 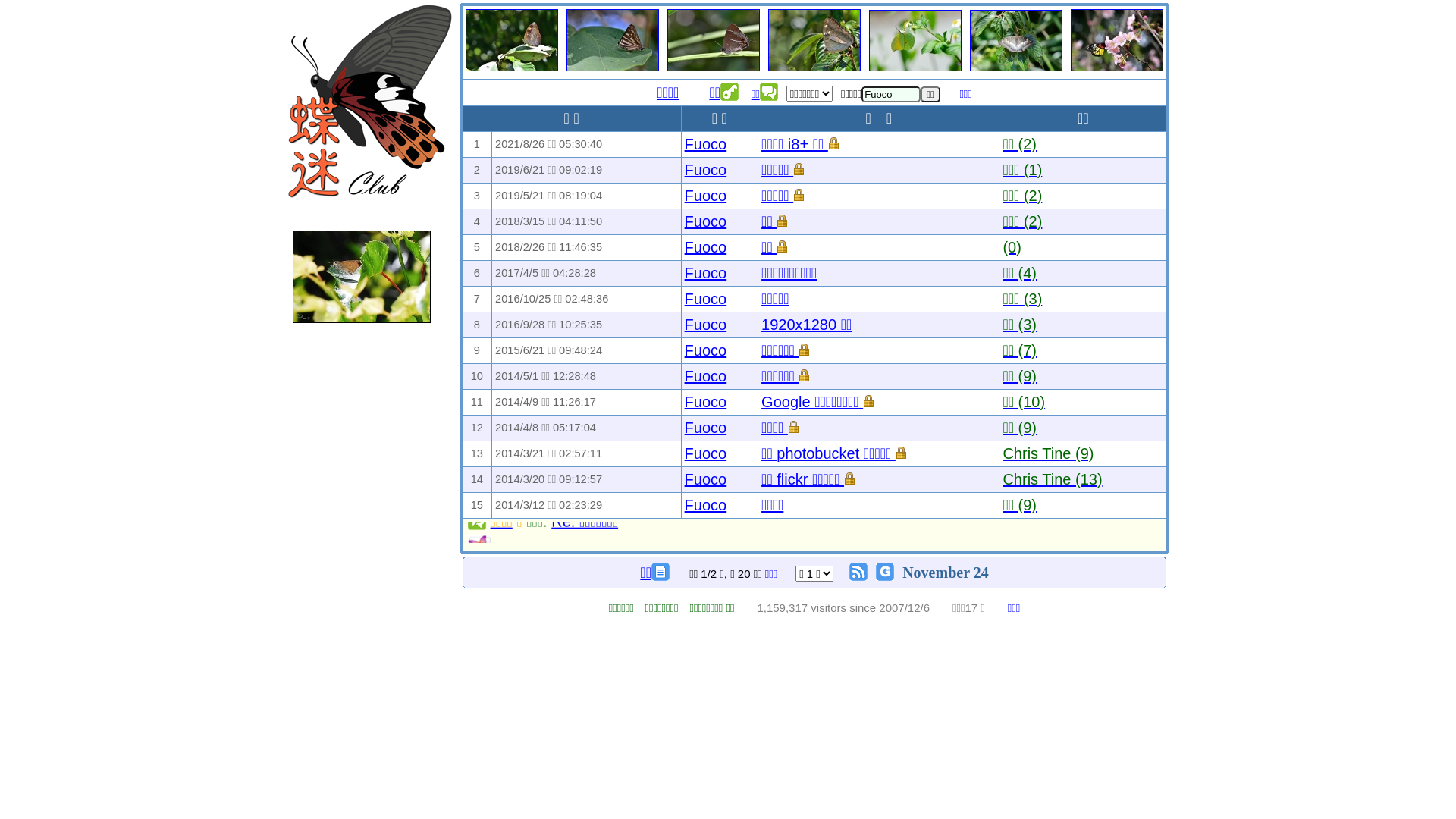 I want to click on 'Fuoco', so click(x=705, y=505).